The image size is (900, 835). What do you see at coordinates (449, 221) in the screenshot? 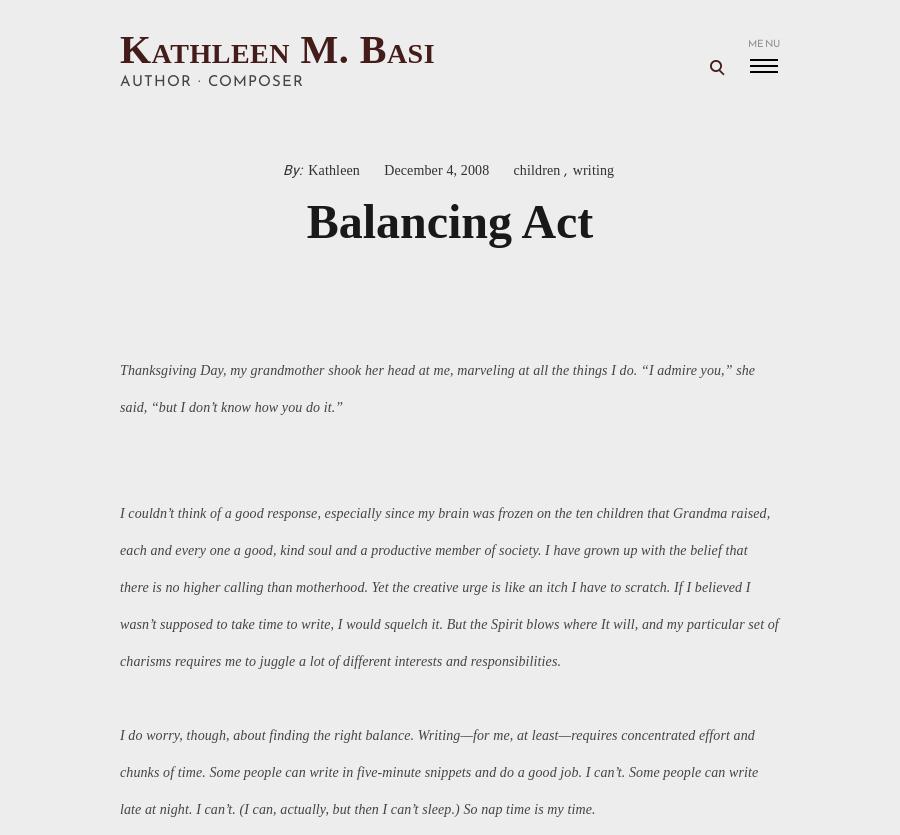
I see `'Balancing Act'` at bounding box center [449, 221].